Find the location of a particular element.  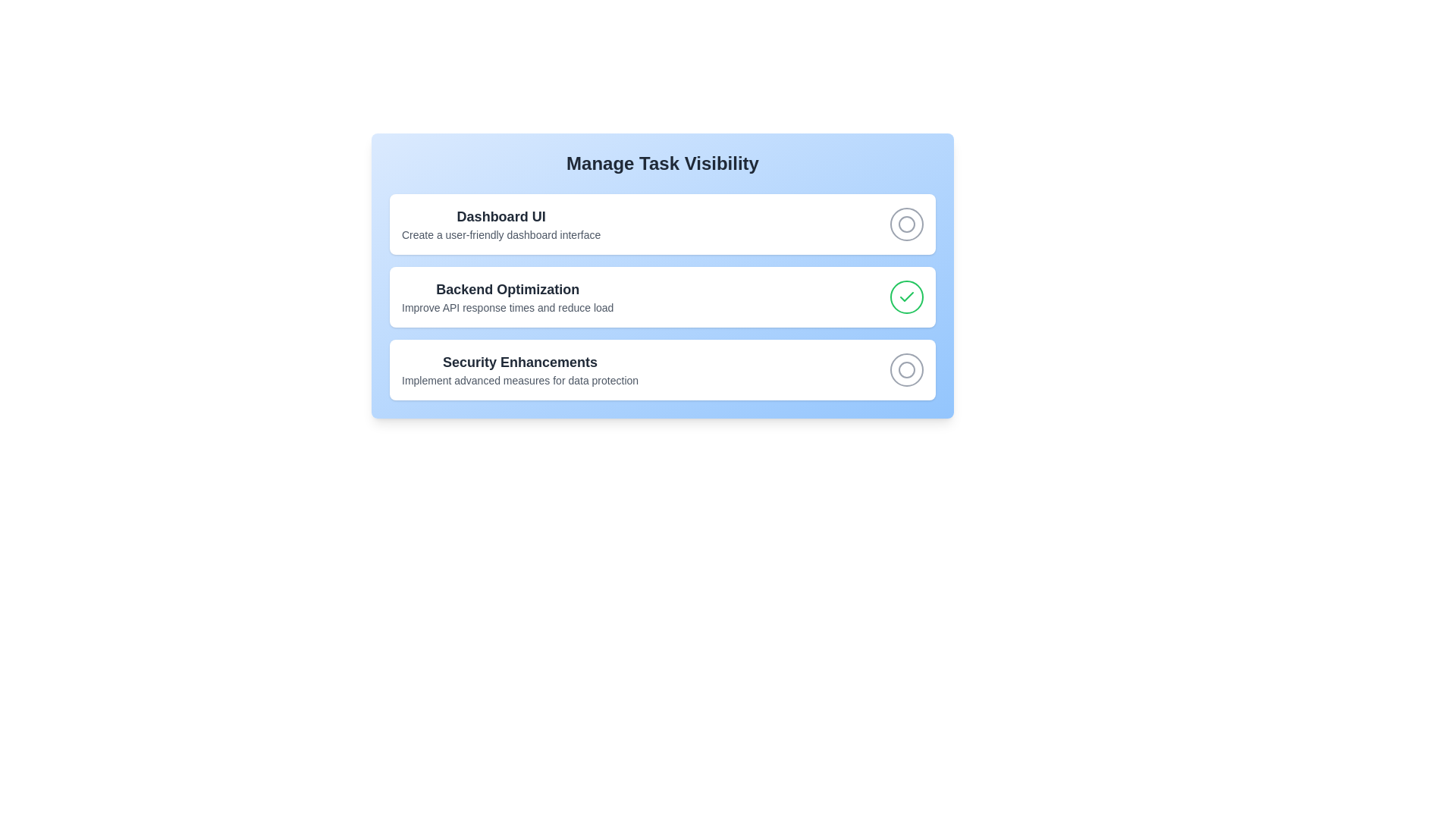

the Text Label titled 'Manage Task Visibility', which is styled in bold, large dark gray font and located at the top of the dashboard is located at coordinates (662, 164).